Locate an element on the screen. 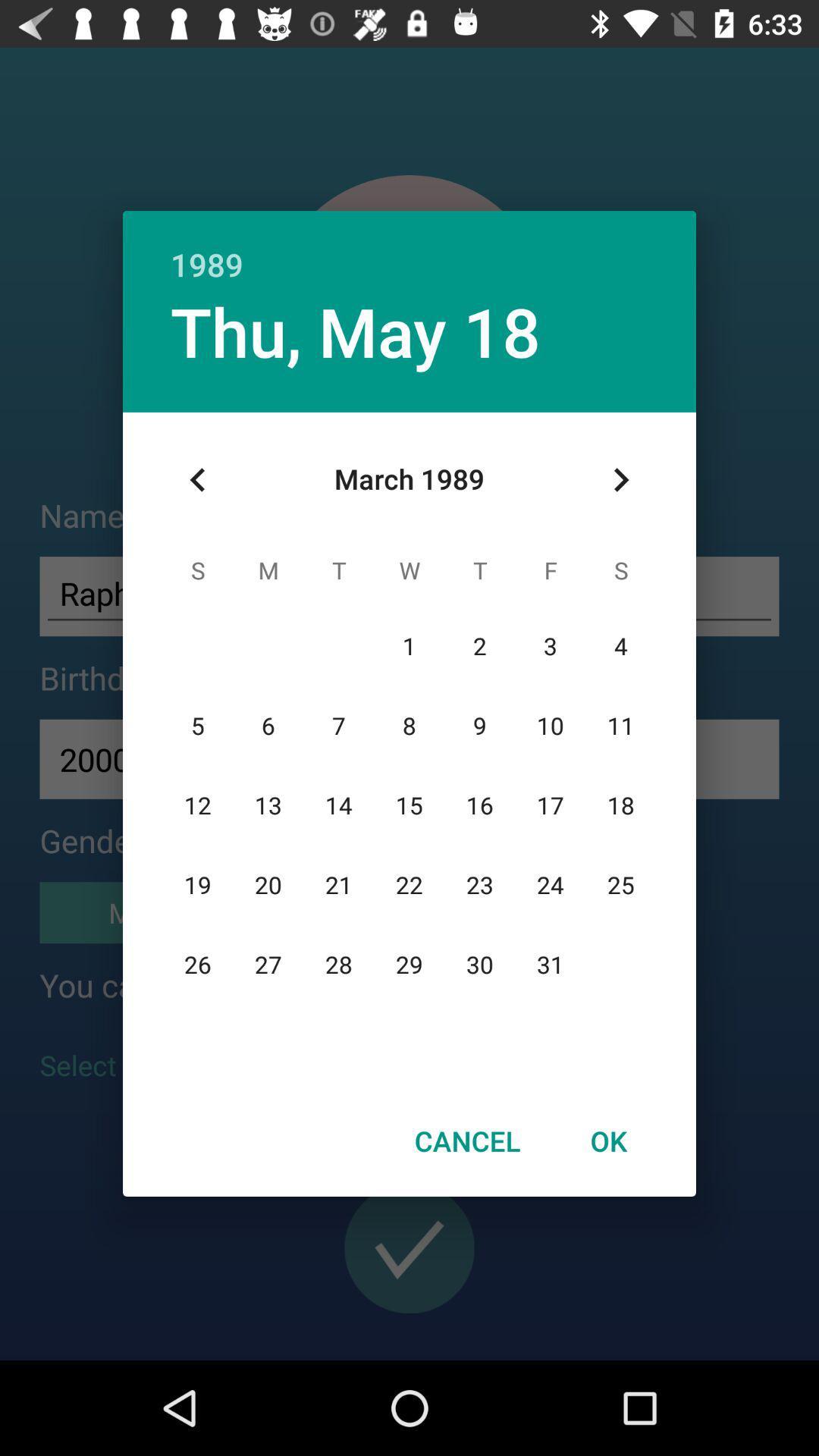 This screenshot has width=819, height=1456. the icon to the right of the cancel item is located at coordinates (607, 1141).